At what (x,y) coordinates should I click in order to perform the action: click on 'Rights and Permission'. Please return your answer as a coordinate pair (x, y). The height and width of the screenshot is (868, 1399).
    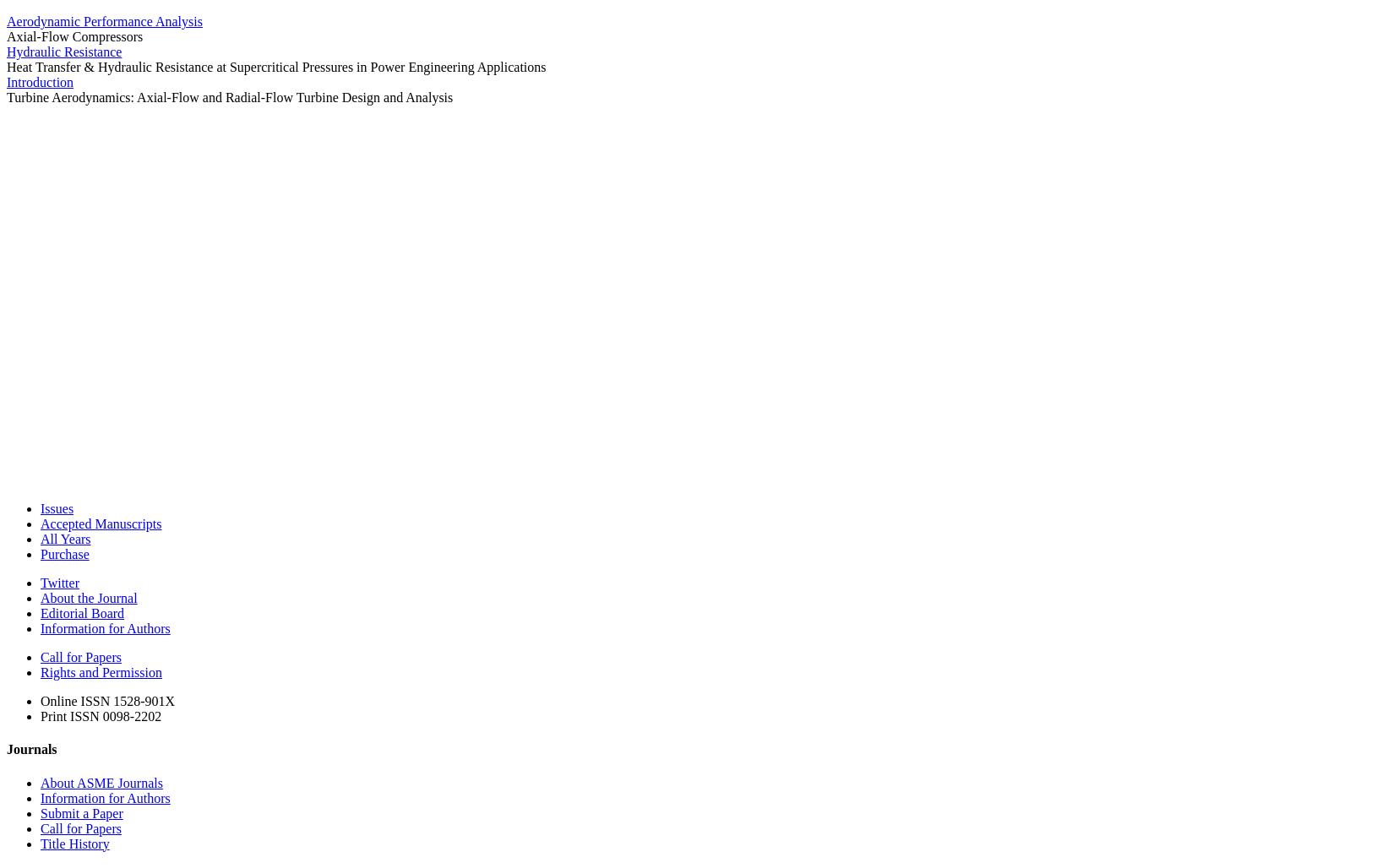
    Looking at the image, I should click on (40, 672).